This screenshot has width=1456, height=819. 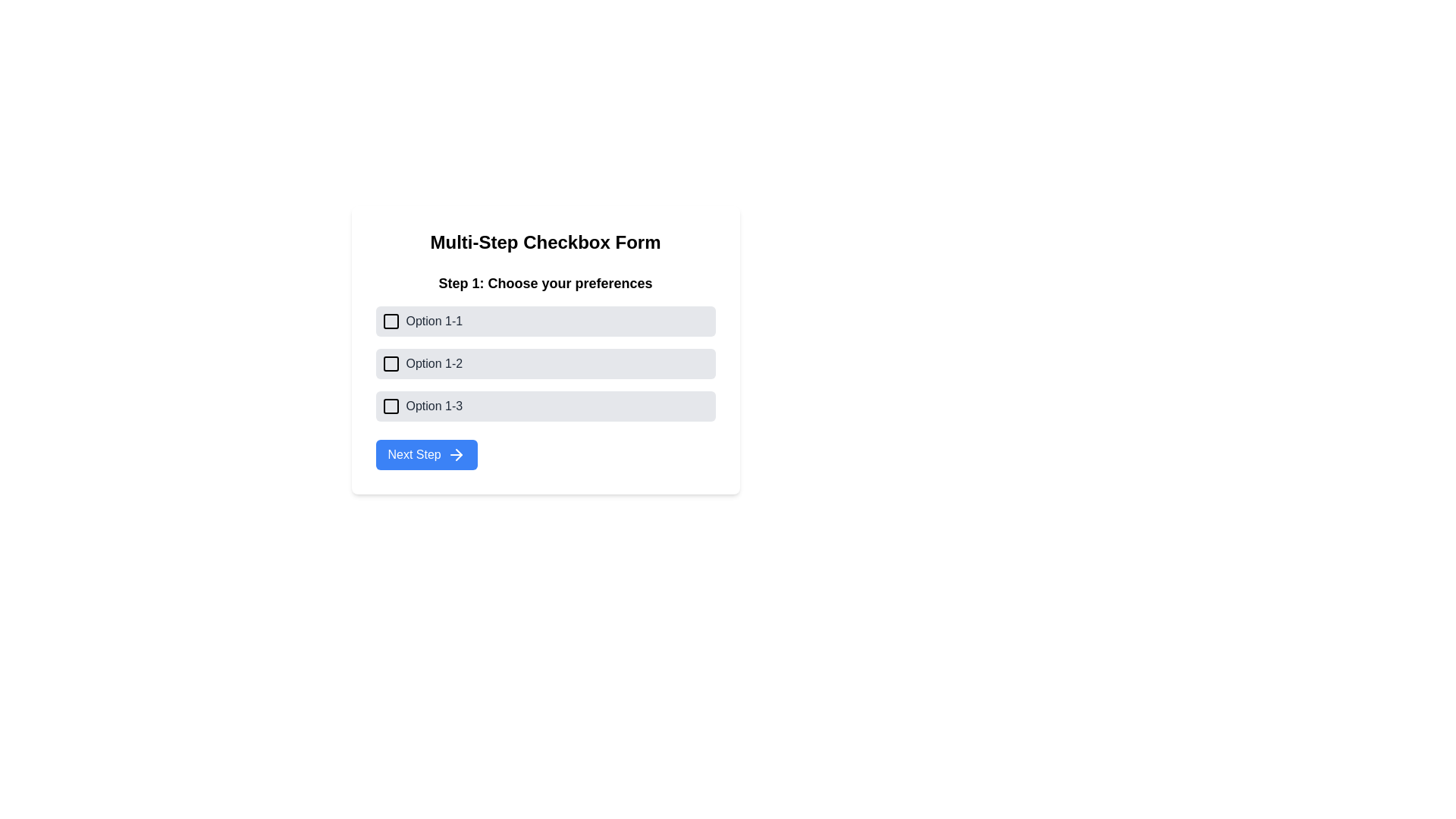 What do you see at coordinates (545, 321) in the screenshot?
I see `the Checkbox labeled 'Option 1-1'` at bounding box center [545, 321].